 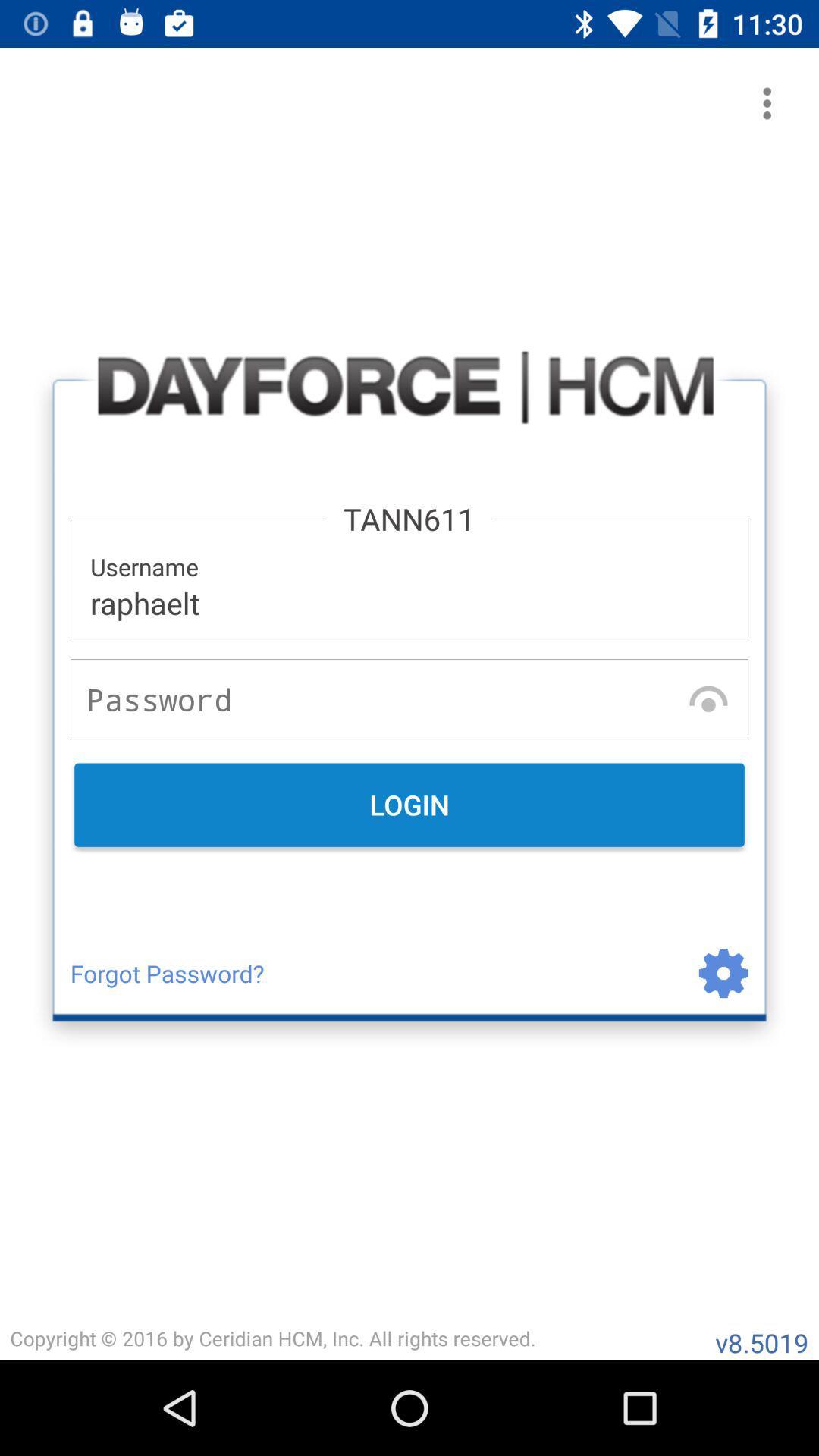 I want to click on the settings icon, so click(x=692, y=973).